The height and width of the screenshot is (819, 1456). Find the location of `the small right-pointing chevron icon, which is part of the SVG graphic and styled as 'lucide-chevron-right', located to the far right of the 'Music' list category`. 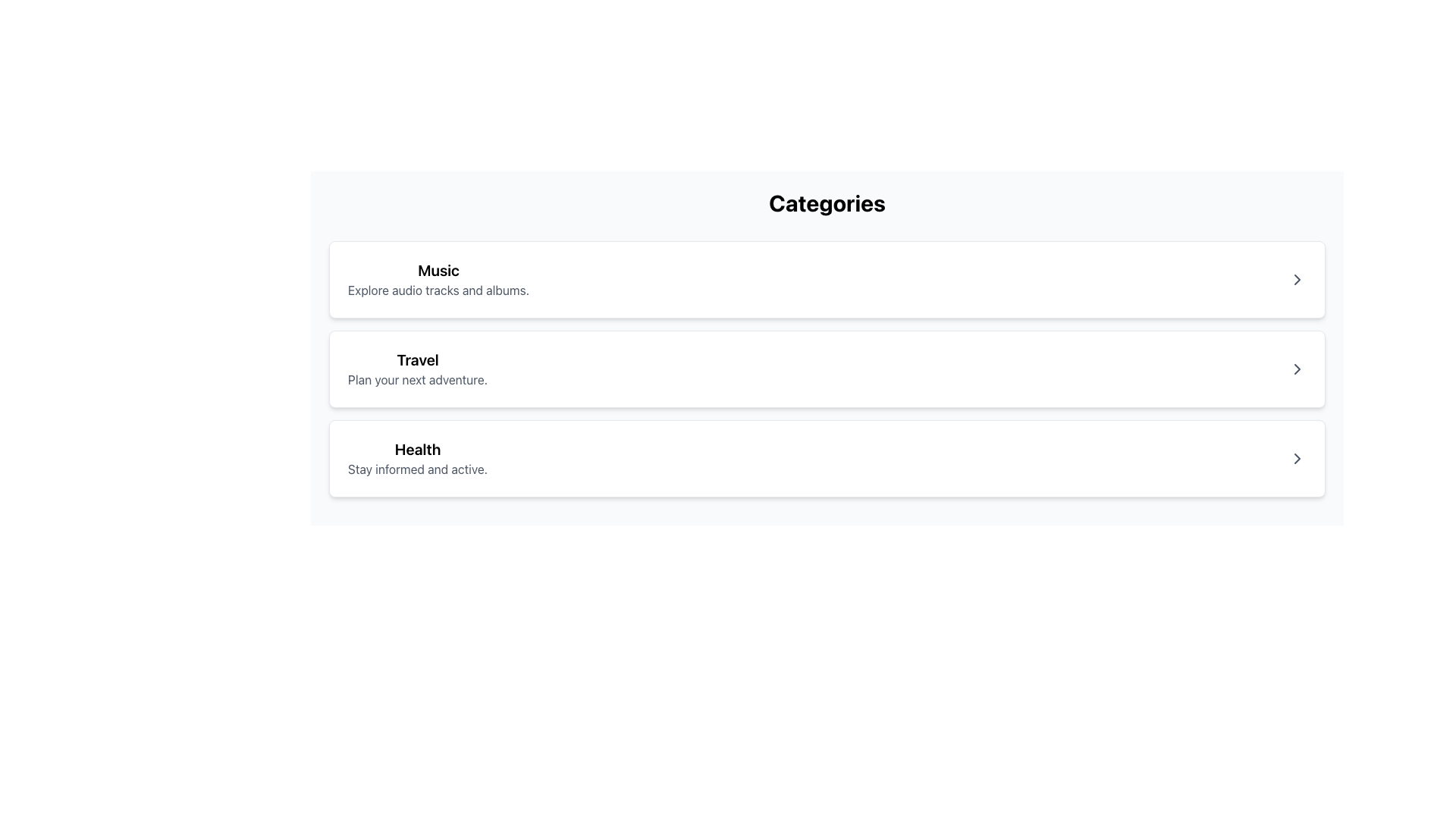

the small right-pointing chevron icon, which is part of the SVG graphic and styled as 'lucide-chevron-right', located to the far right of the 'Music' list category is located at coordinates (1296, 280).